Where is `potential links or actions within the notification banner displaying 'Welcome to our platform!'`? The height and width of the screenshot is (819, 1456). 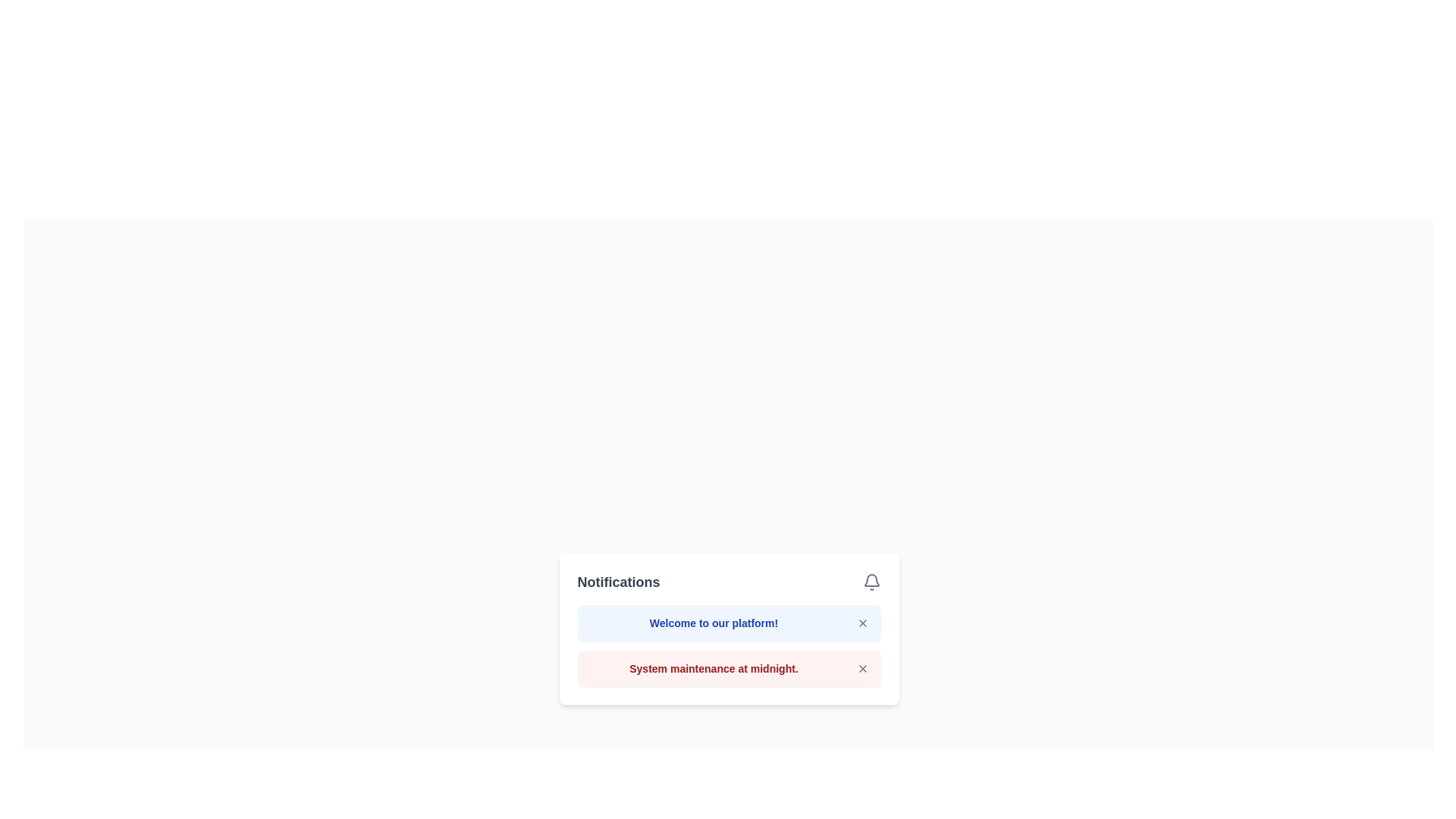
potential links or actions within the notification banner displaying 'Welcome to our platform!' is located at coordinates (729, 623).